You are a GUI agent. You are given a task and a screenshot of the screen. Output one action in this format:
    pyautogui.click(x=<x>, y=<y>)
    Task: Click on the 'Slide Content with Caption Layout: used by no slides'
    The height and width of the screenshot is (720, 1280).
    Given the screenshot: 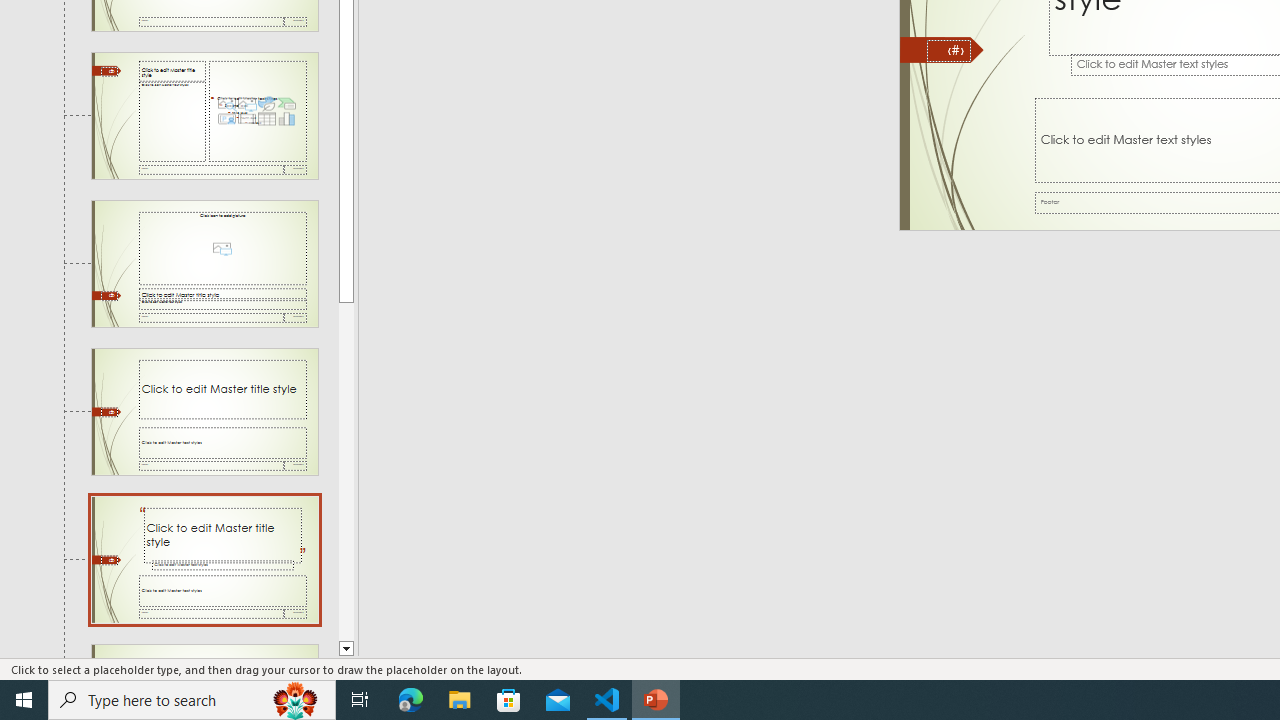 What is the action you would take?
    pyautogui.click(x=204, y=116)
    